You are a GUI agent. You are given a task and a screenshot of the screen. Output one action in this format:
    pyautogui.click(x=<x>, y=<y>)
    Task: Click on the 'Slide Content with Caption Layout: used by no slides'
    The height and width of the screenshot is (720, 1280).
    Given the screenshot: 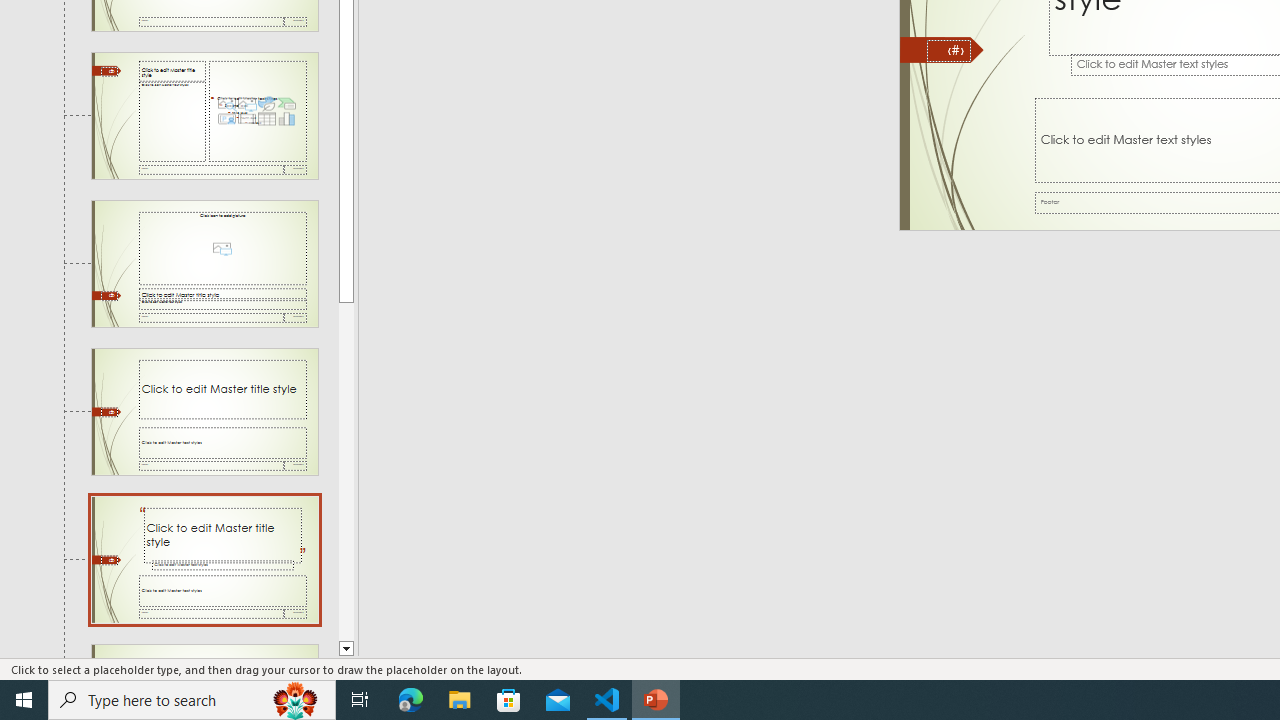 What is the action you would take?
    pyautogui.click(x=204, y=116)
    